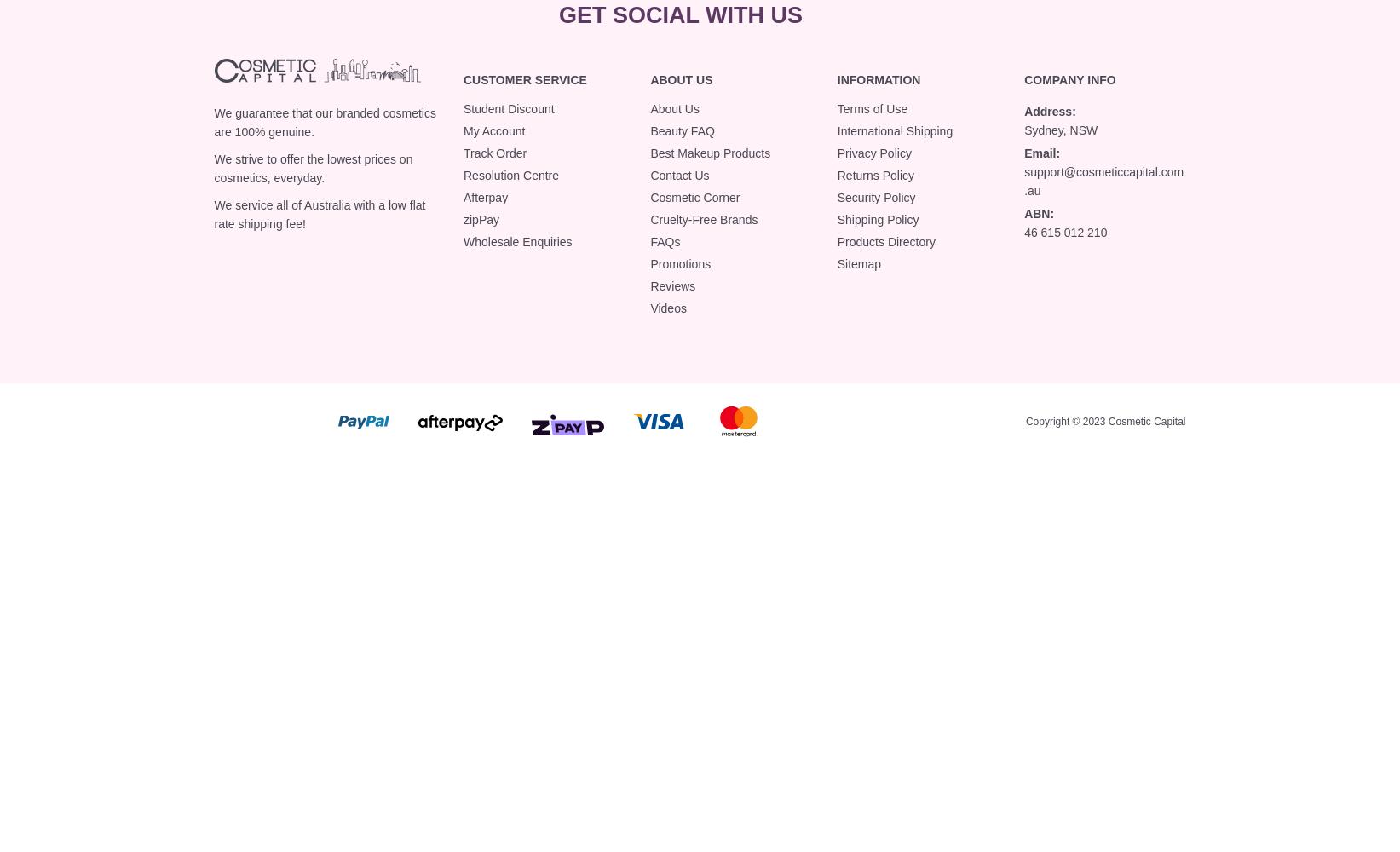  What do you see at coordinates (650, 153) in the screenshot?
I see `'Best Makeup Products'` at bounding box center [650, 153].